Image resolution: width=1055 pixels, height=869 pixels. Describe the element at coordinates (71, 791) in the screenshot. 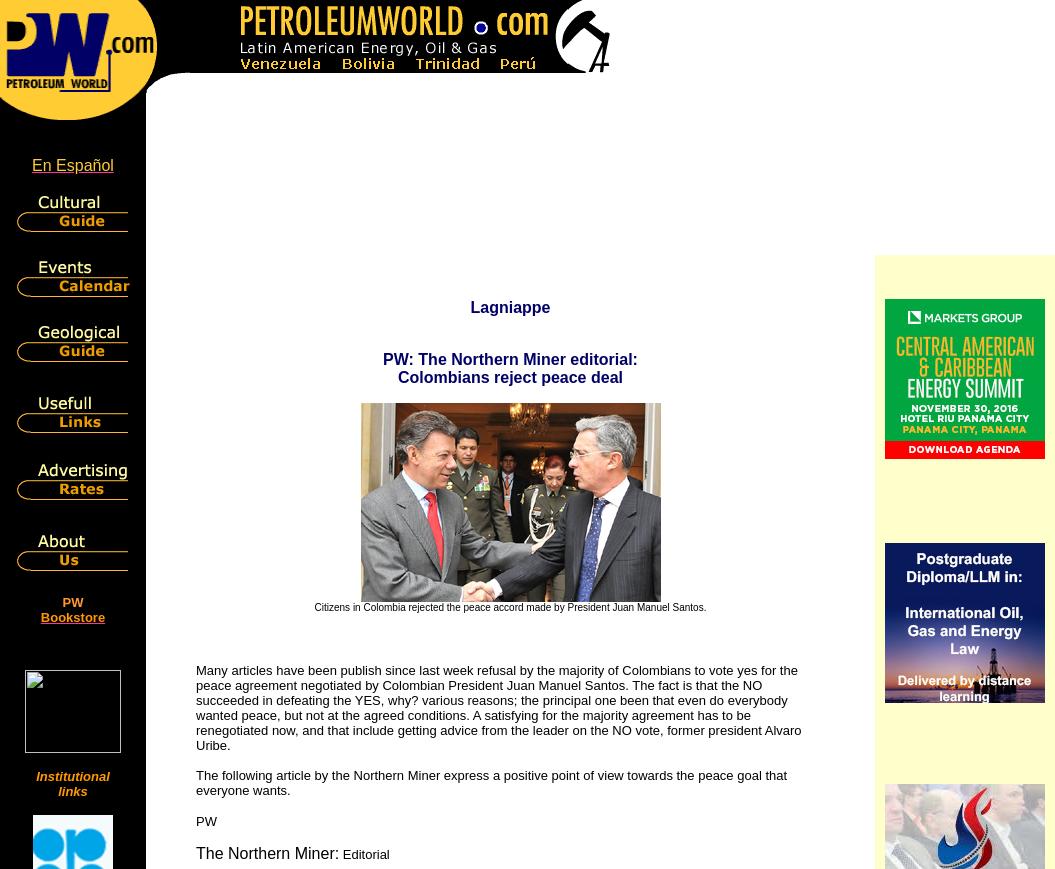

I see `'links'` at that location.